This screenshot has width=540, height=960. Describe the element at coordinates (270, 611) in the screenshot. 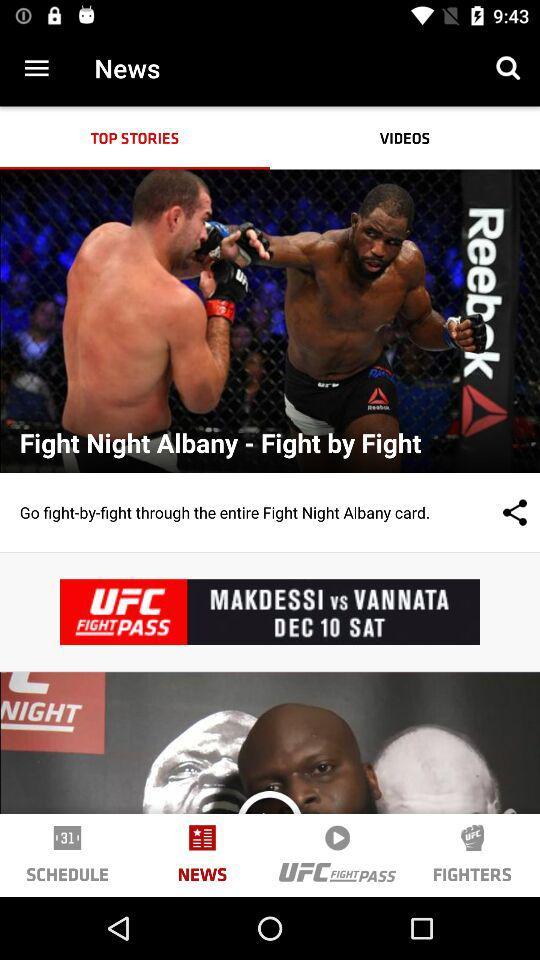

I see `ufc fight pass makdessi vs vannata dec 10 sat` at that location.